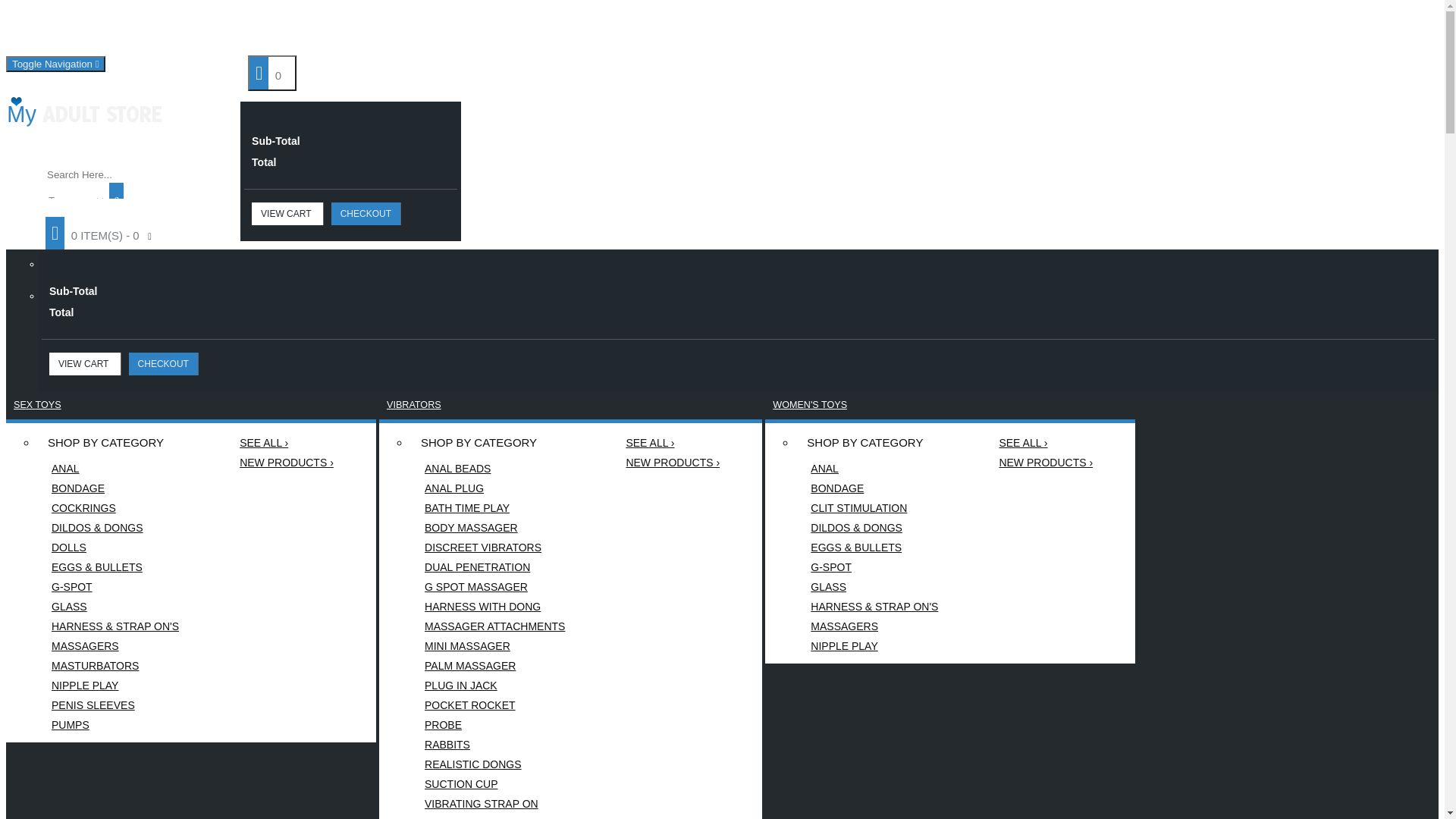 This screenshot has height=819, width=1456. What do you see at coordinates (115, 508) in the screenshot?
I see `'COCKRINGS'` at bounding box center [115, 508].